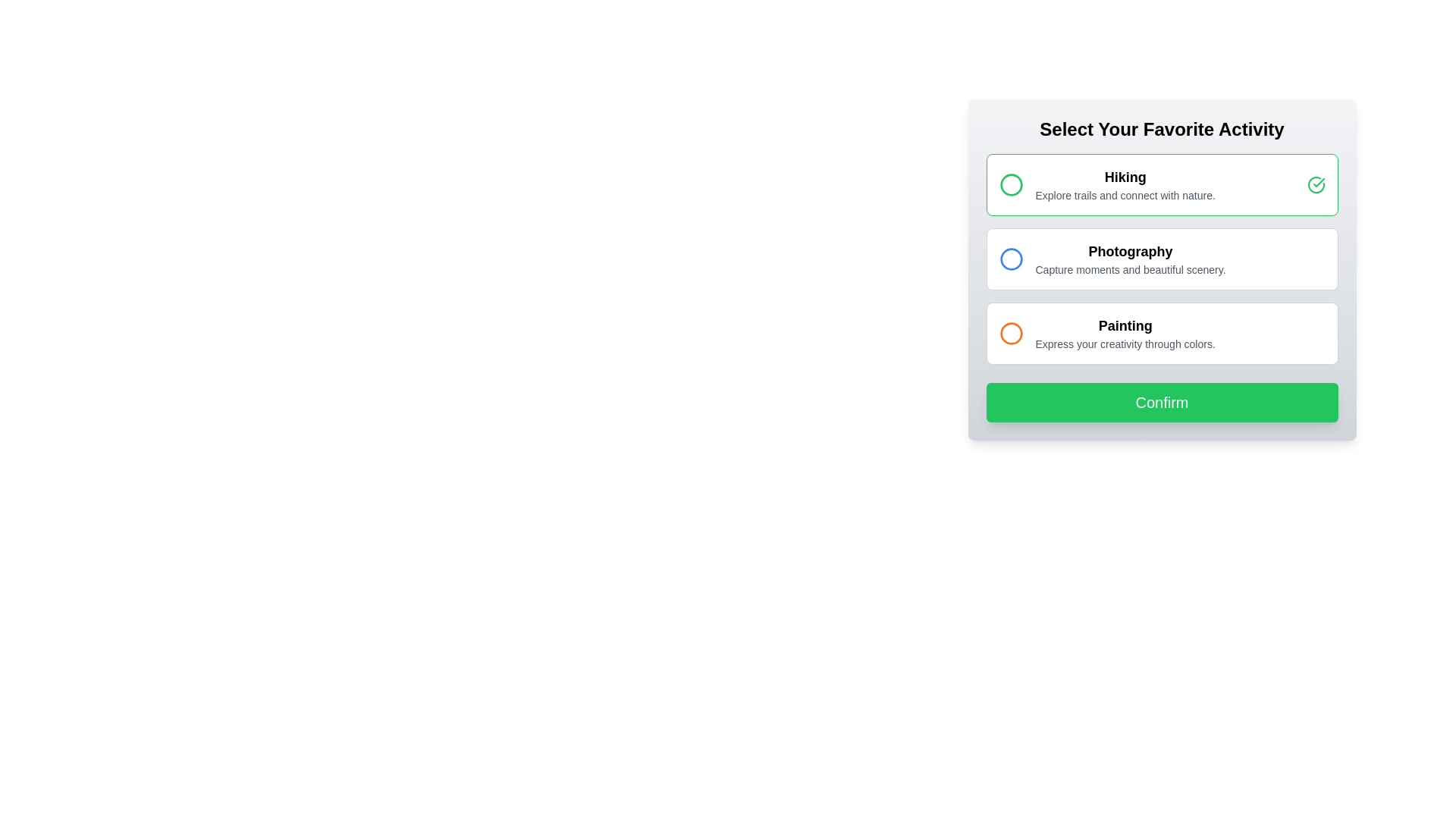  What do you see at coordinates (1315, 184) in the screenshot?
I see `the green-bordered circular checkmark icon indicating selection or confirmation located inside the 'Hiking' option box, aligned with the text below the title 'Hiking'` at bounding box center [1315, 184].